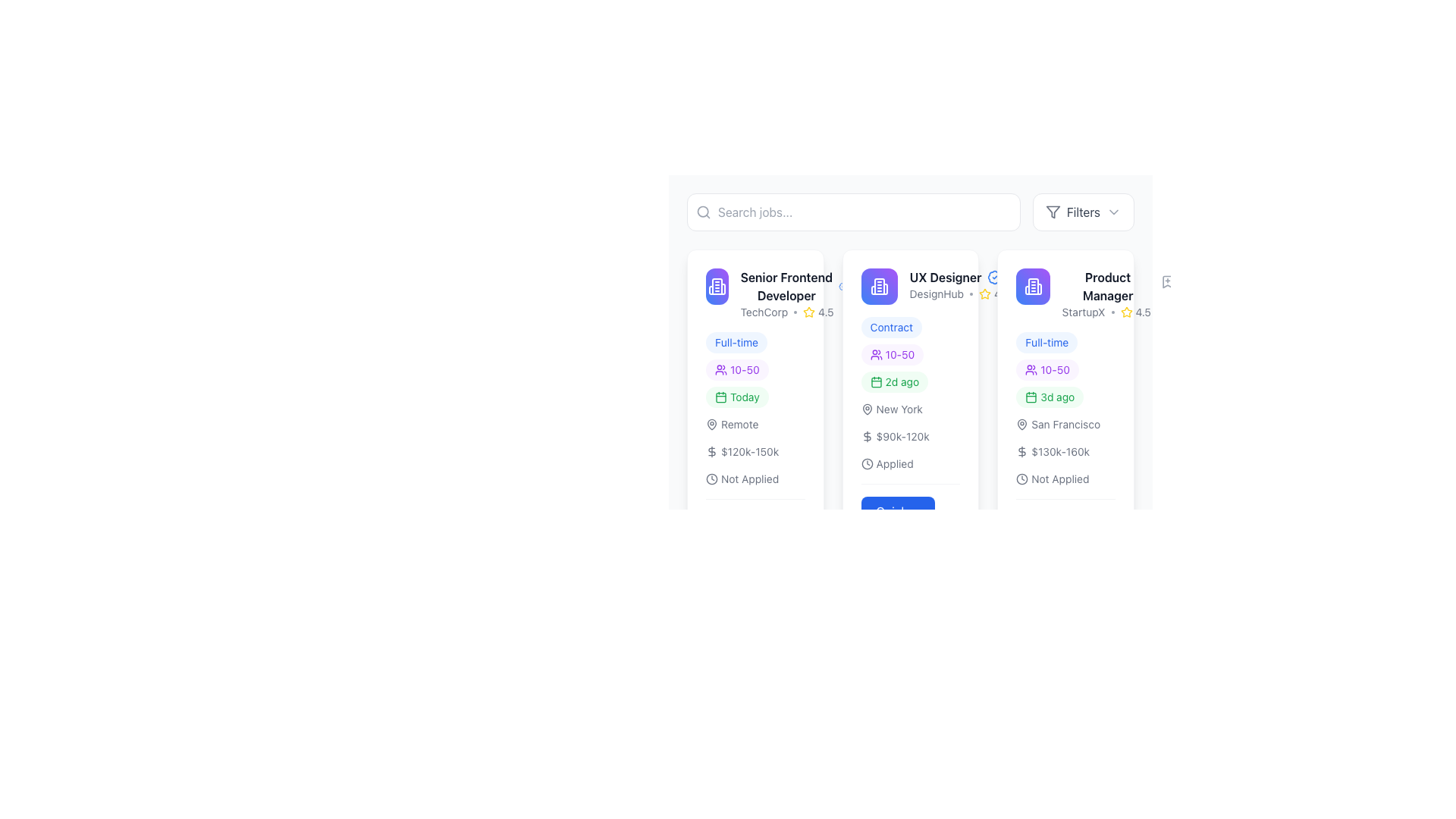  Describe the element at coordinates (867, 463) in the screenshot. I see `the clock icon with a circular border and clock hands, which is located in the second job listing panel from the left, positioned before the text 'Applied'` at that location.